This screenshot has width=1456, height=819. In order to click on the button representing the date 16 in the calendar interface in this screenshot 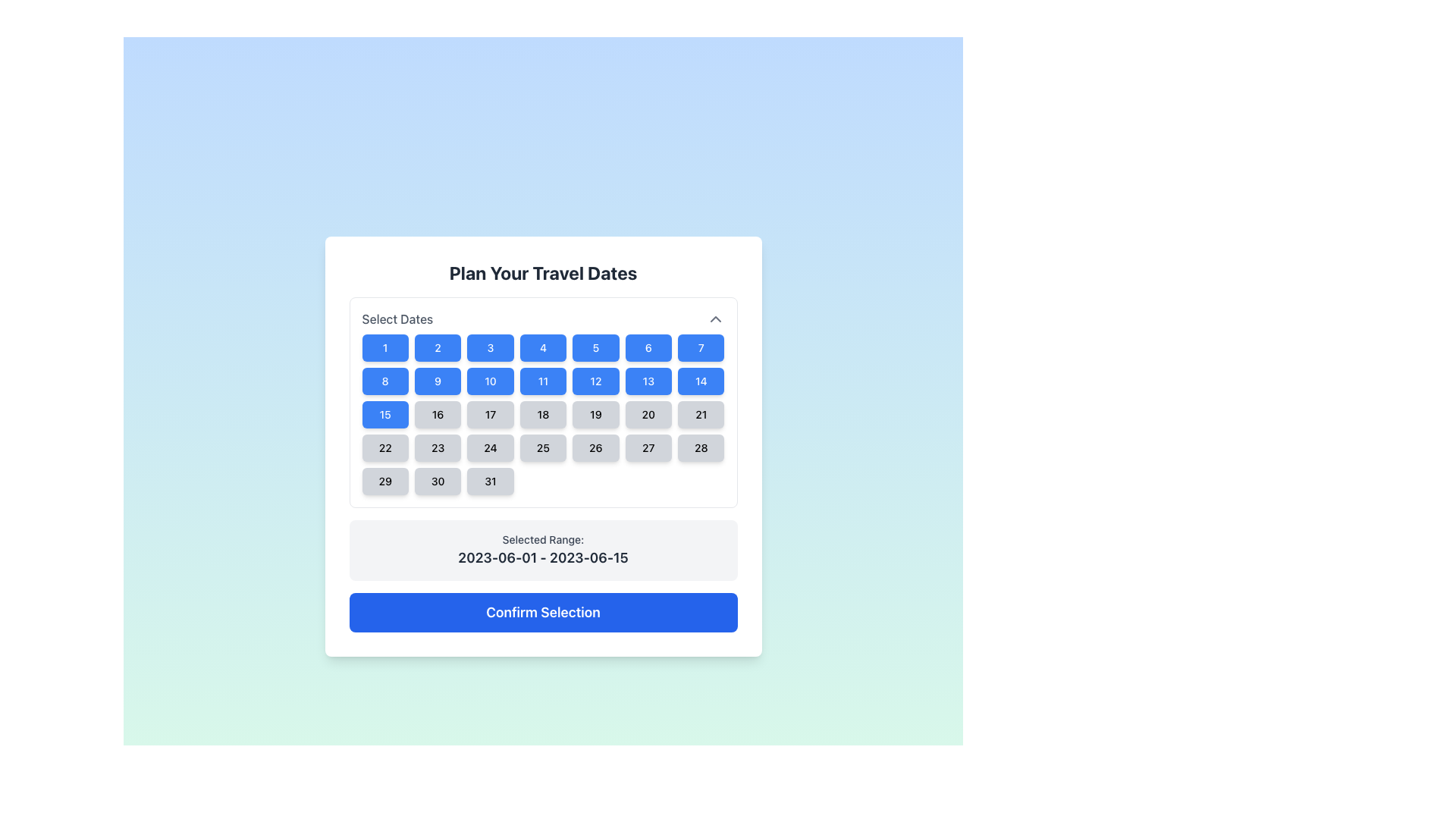, I will do `click(437, 415)`.